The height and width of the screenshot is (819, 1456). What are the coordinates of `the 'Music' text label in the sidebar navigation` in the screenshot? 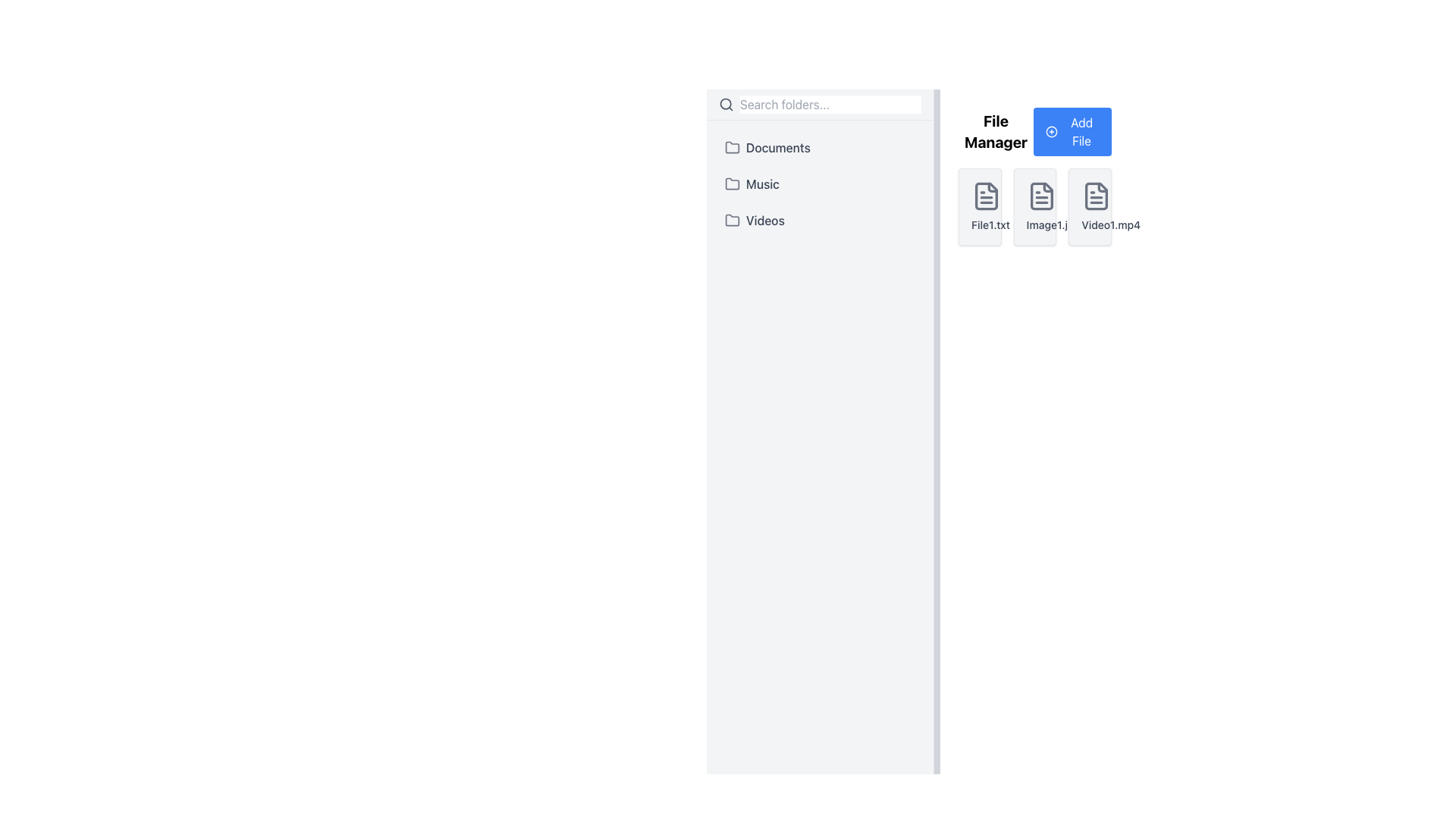 It's located at (763, 184).